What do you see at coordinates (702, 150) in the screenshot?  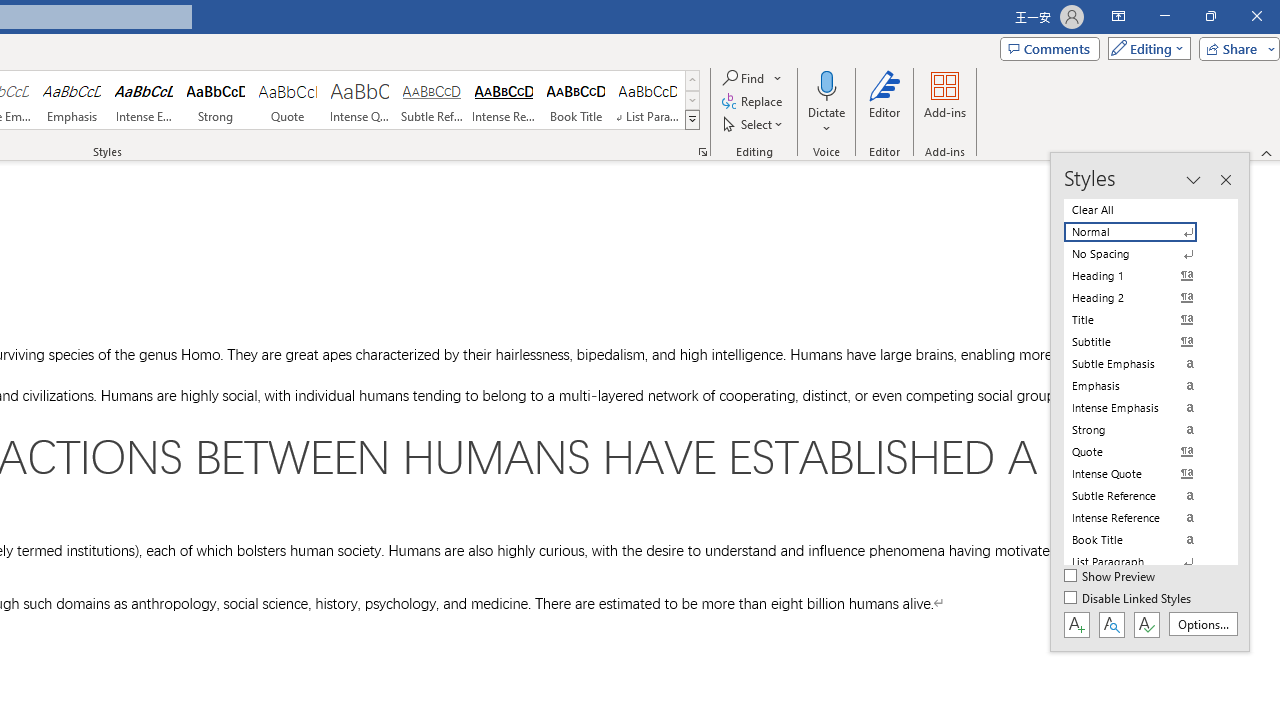 I see `'Styles...'` at bounding box center [702, 150].